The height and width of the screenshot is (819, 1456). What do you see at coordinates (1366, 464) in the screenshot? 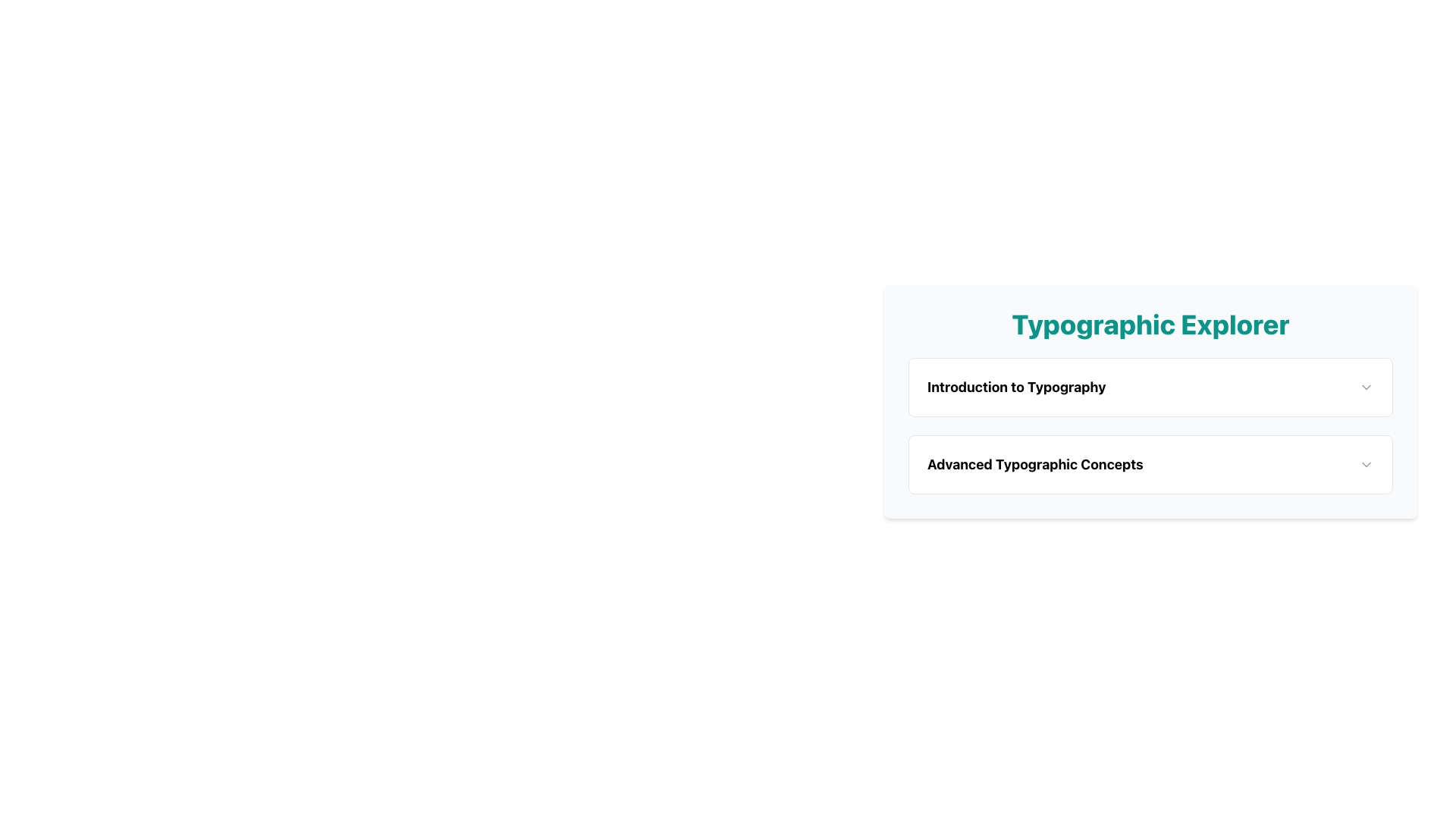
I see `the downward-pointing chevron icon located to the right of 'Advanced Typographic Concepts' for potential visual feedback` at bounding box center [1366, 464].